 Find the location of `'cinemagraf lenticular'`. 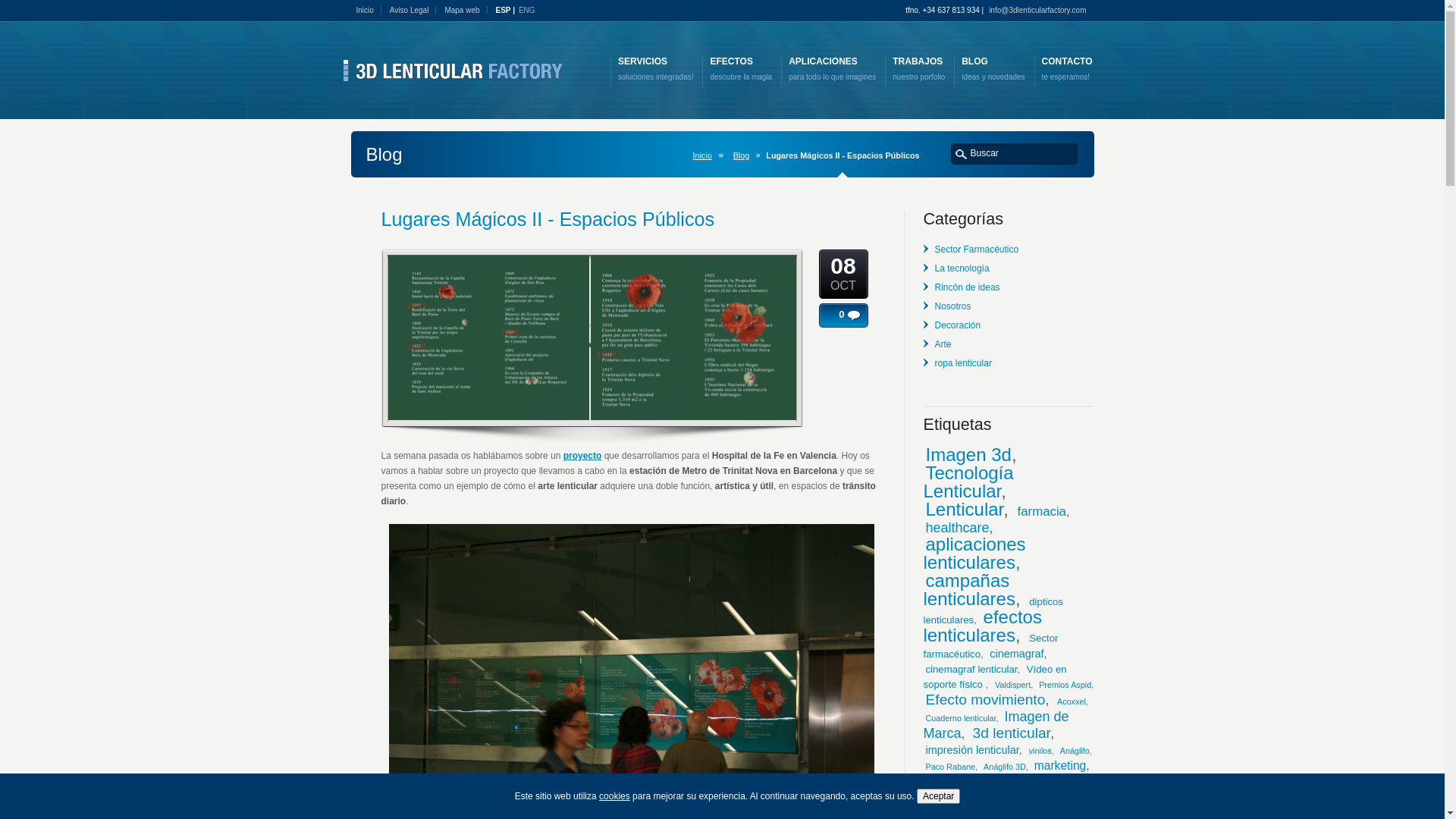

'cinemagraf lenticular' is located at coordinates (971, 668).